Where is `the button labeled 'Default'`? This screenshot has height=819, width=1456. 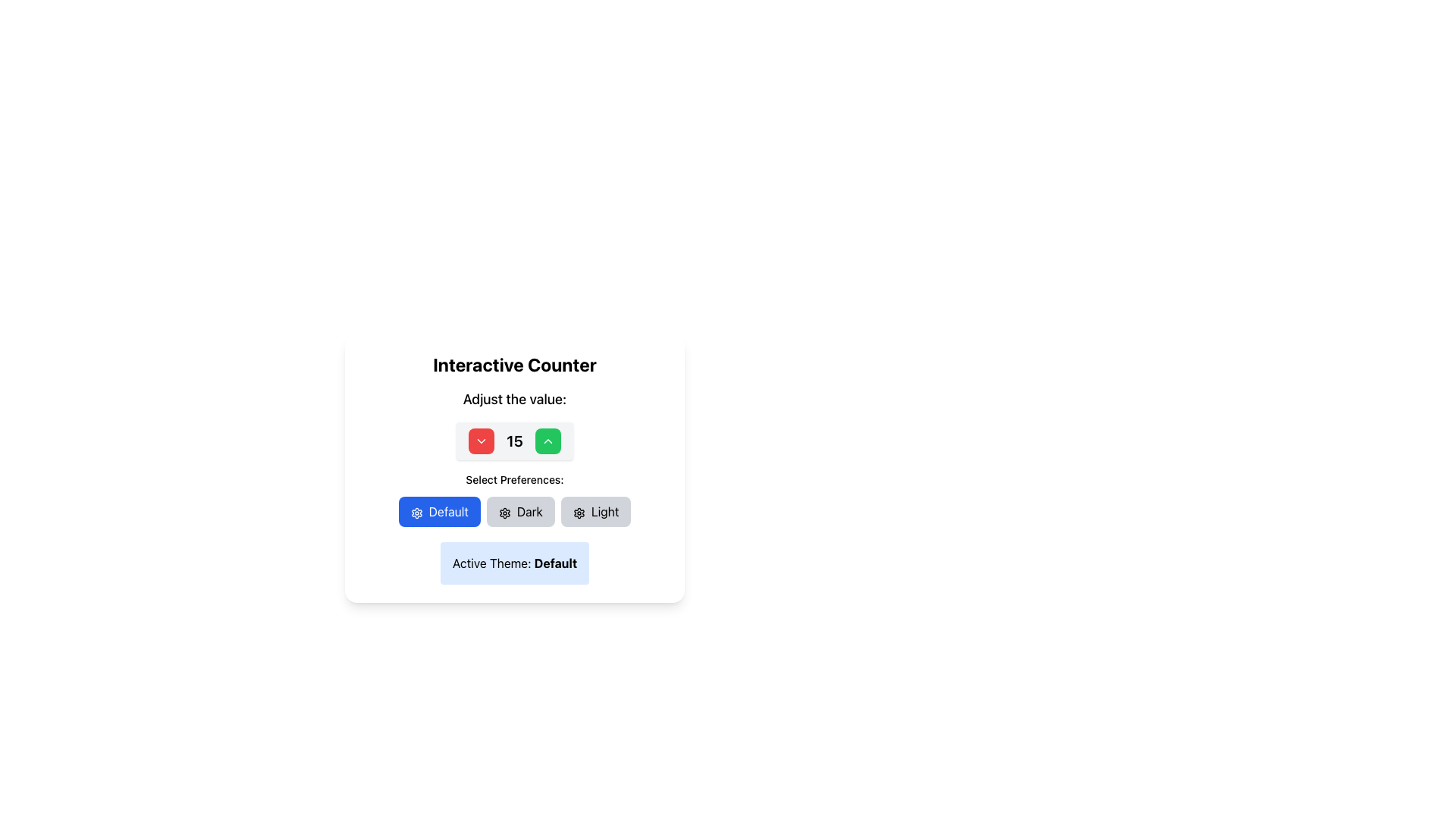
the button labeled 'Default' is located at coordinates (438, 512).